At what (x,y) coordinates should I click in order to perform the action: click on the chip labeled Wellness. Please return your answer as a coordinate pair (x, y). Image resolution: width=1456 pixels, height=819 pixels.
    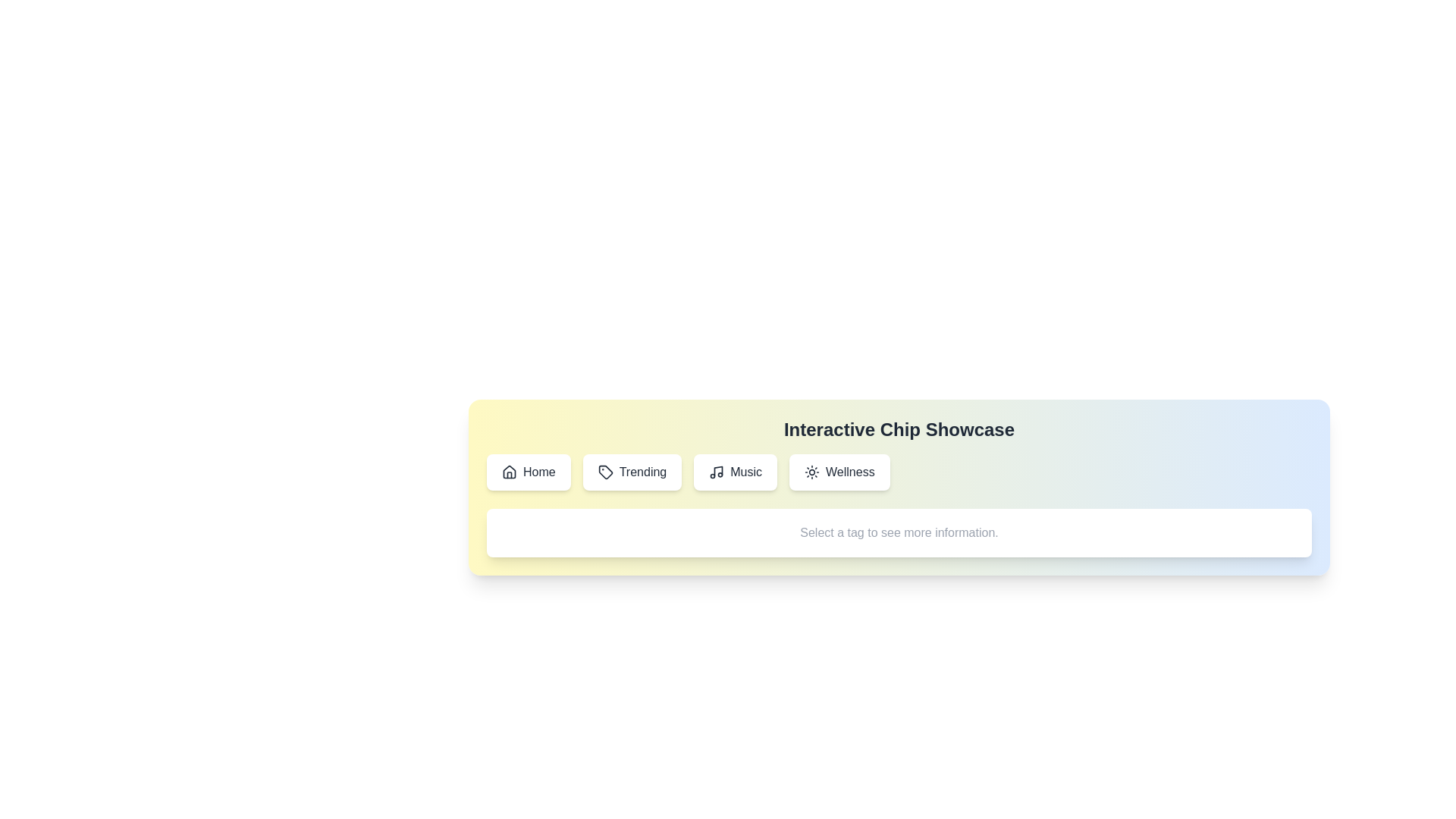
    Looking at the image, I should click on (839, 472).